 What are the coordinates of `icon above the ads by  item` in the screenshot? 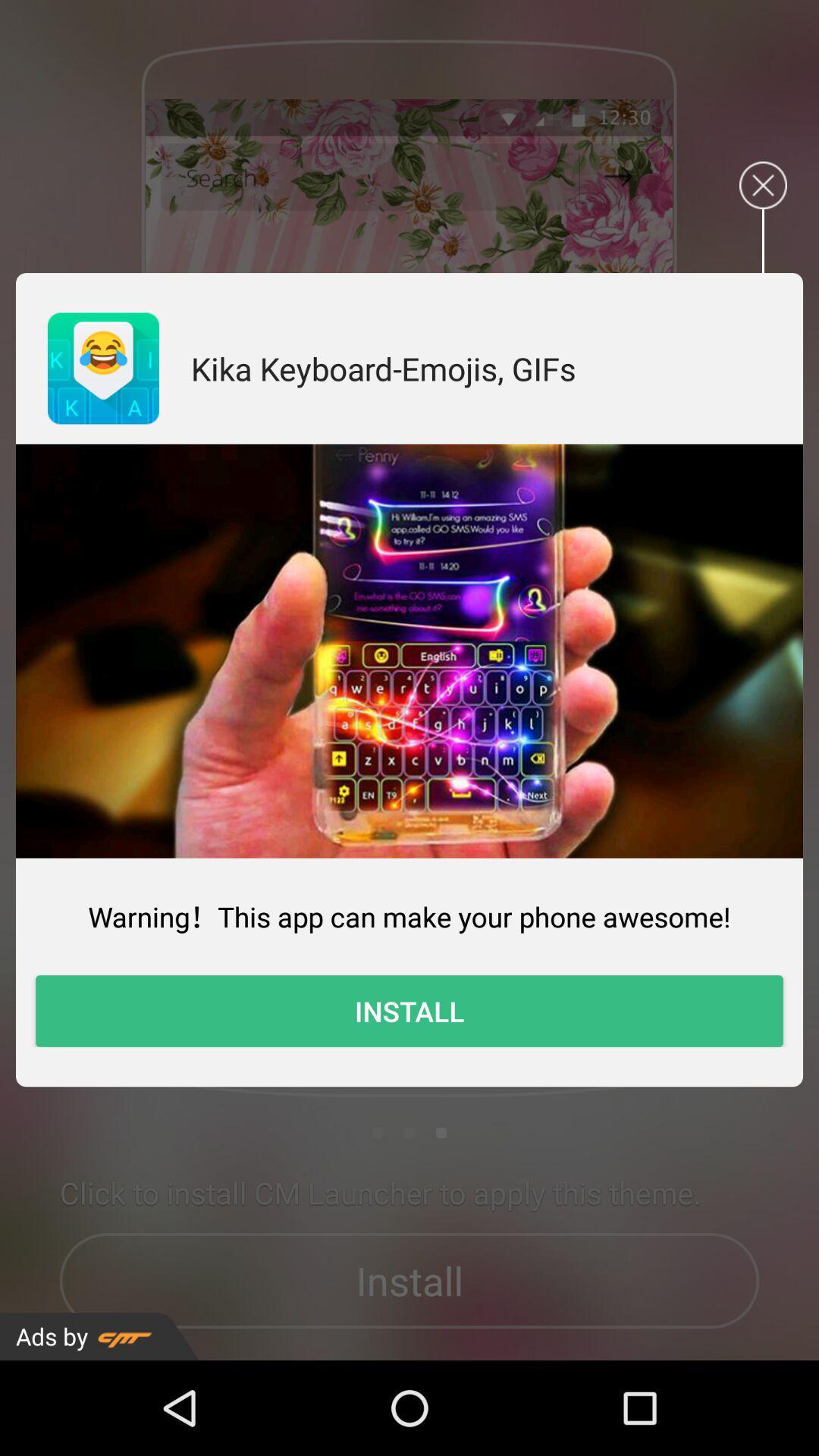 It's located at (409, 1011).